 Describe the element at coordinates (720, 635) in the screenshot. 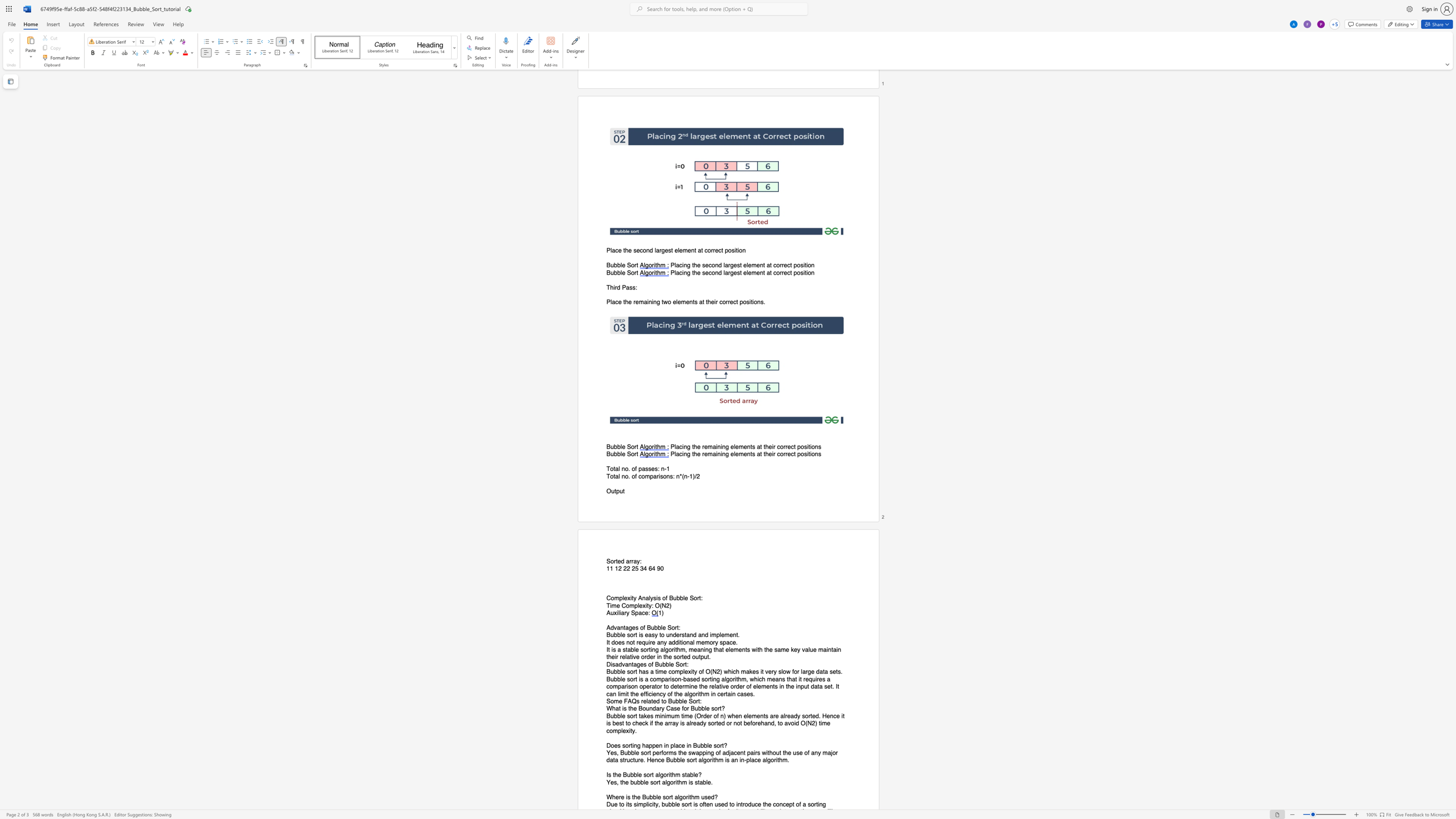

I see `the 2th character "l" in the text` at that location.